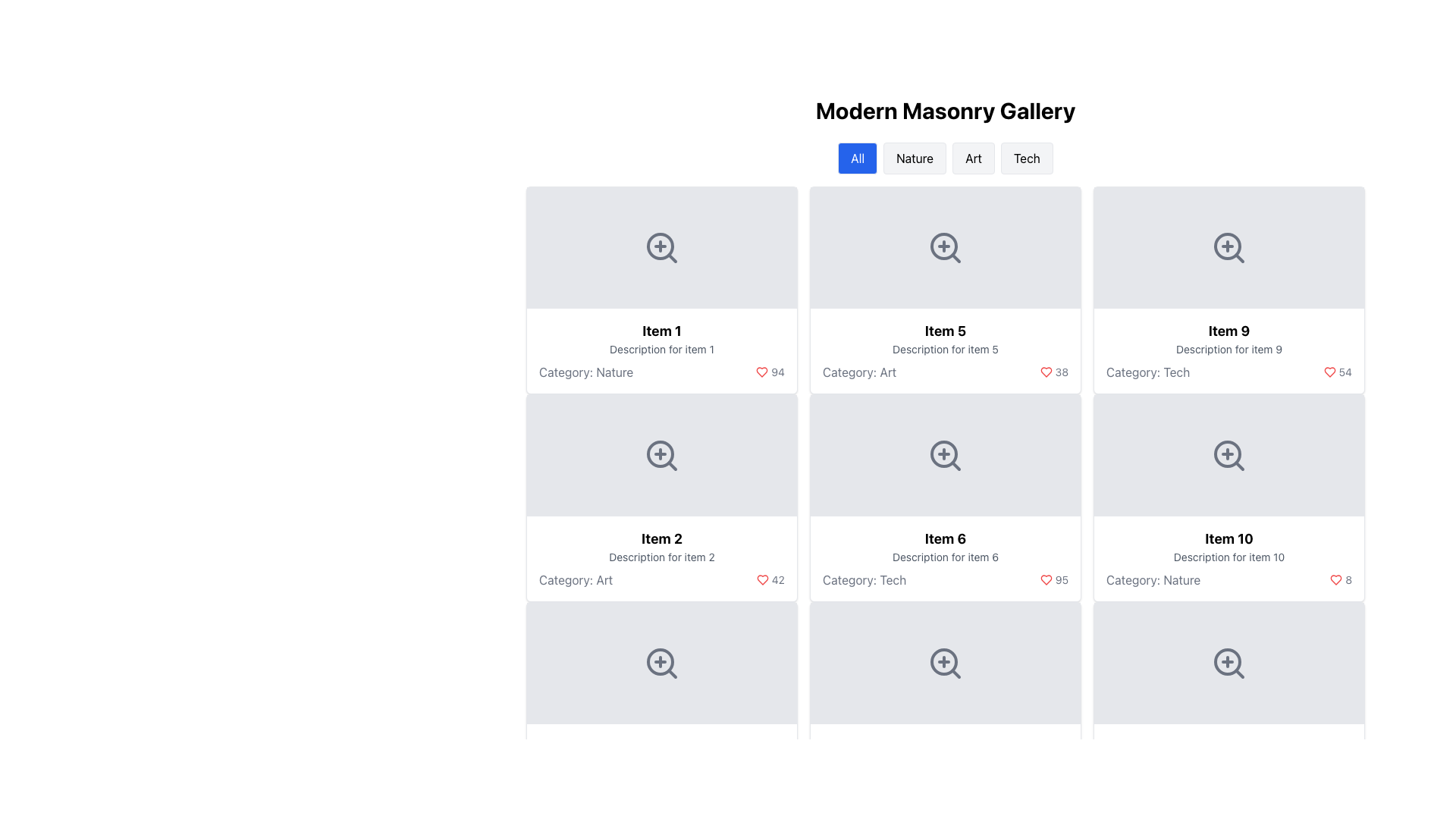  What do you see at coordinates (1045, 579) in the screenshot?
I see `the heart icon representing the 'like' count of 95 in Item 6, located in the fourth row and second column of the gallery grid` at bounding box center [1045, 579].